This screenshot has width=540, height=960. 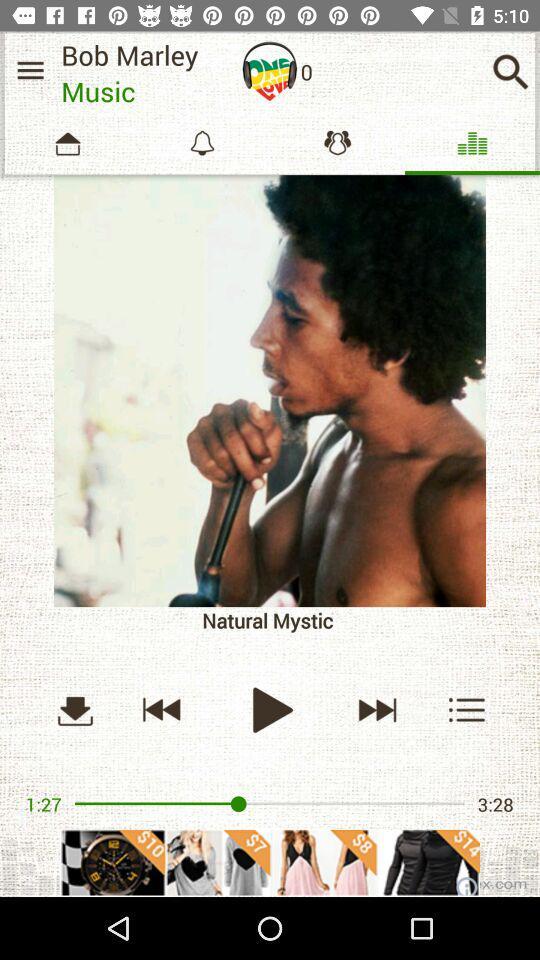 I want to click on download button, so click(x=74, y=709).